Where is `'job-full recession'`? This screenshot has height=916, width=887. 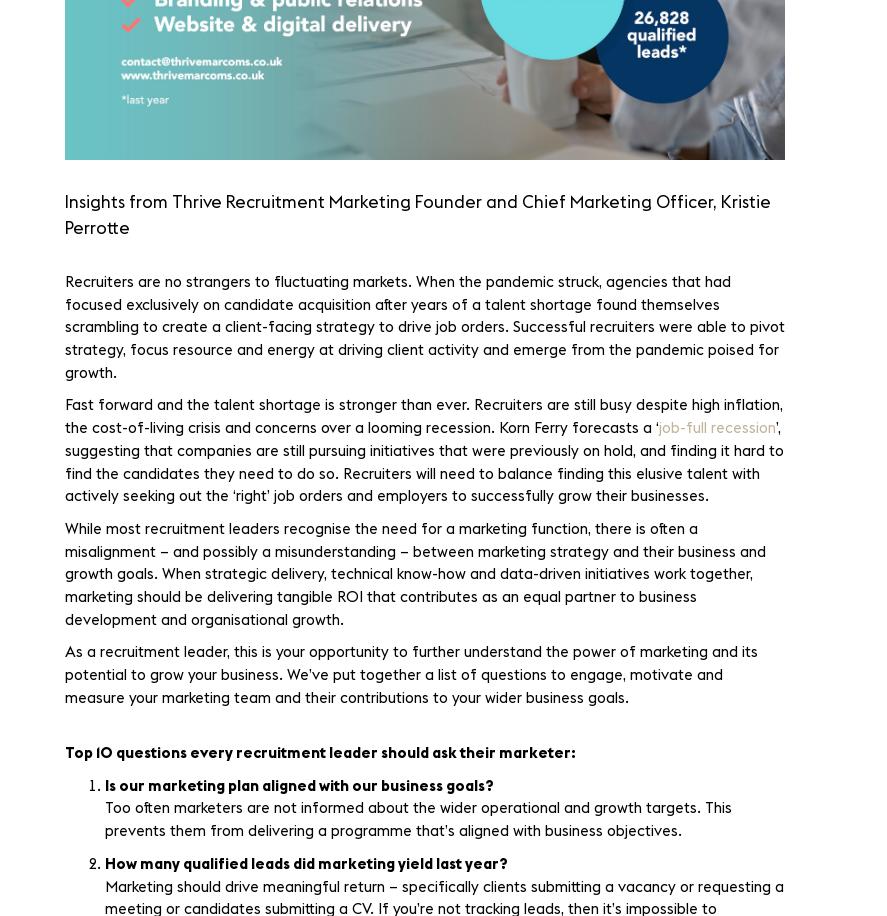 'job-full recession' is located at coordinates (717, 427).